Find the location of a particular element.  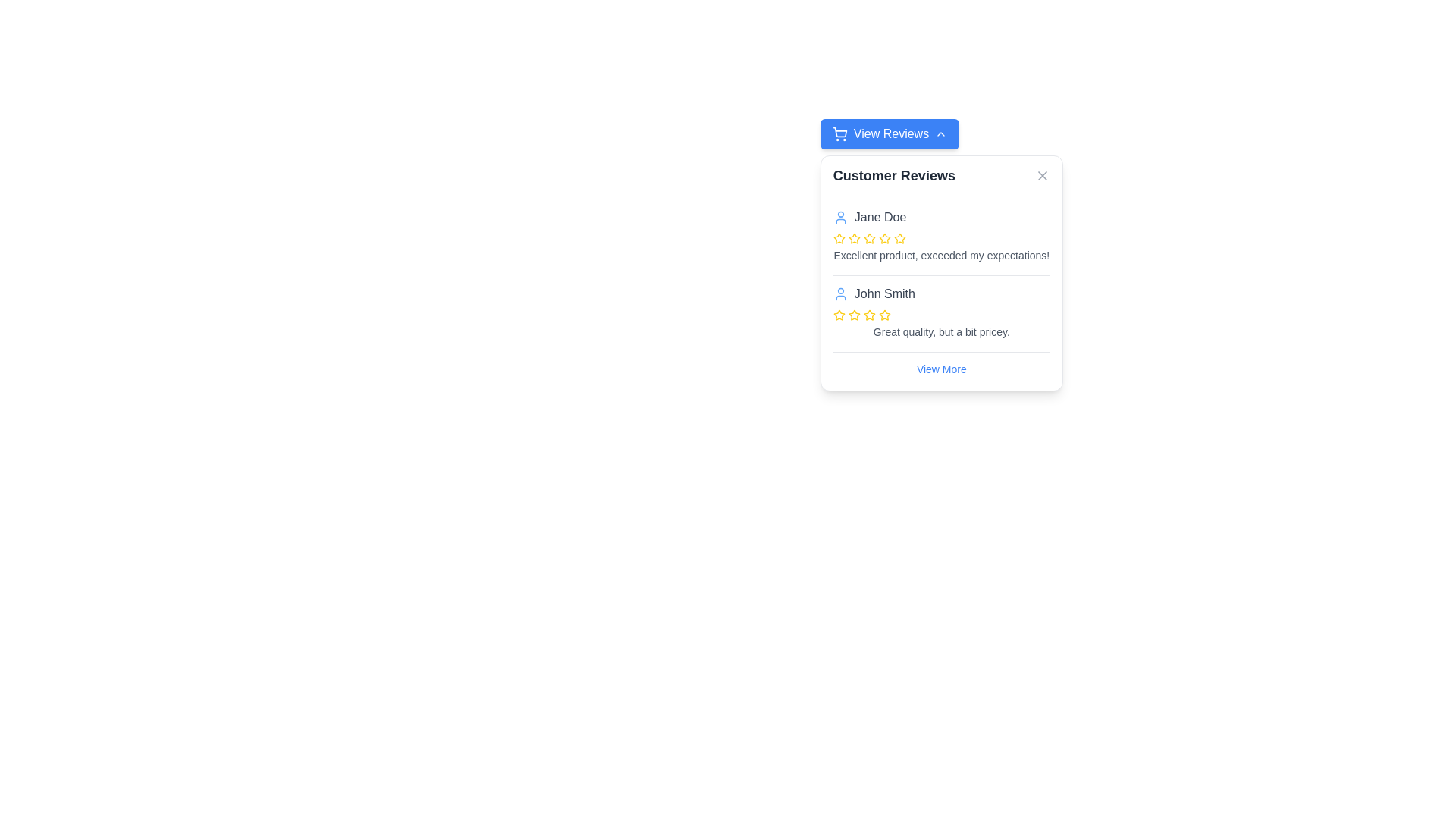

the second star icon in the five-star rating sequence for the review by 'Jane Doe.' is located at coordinates (838, 238).